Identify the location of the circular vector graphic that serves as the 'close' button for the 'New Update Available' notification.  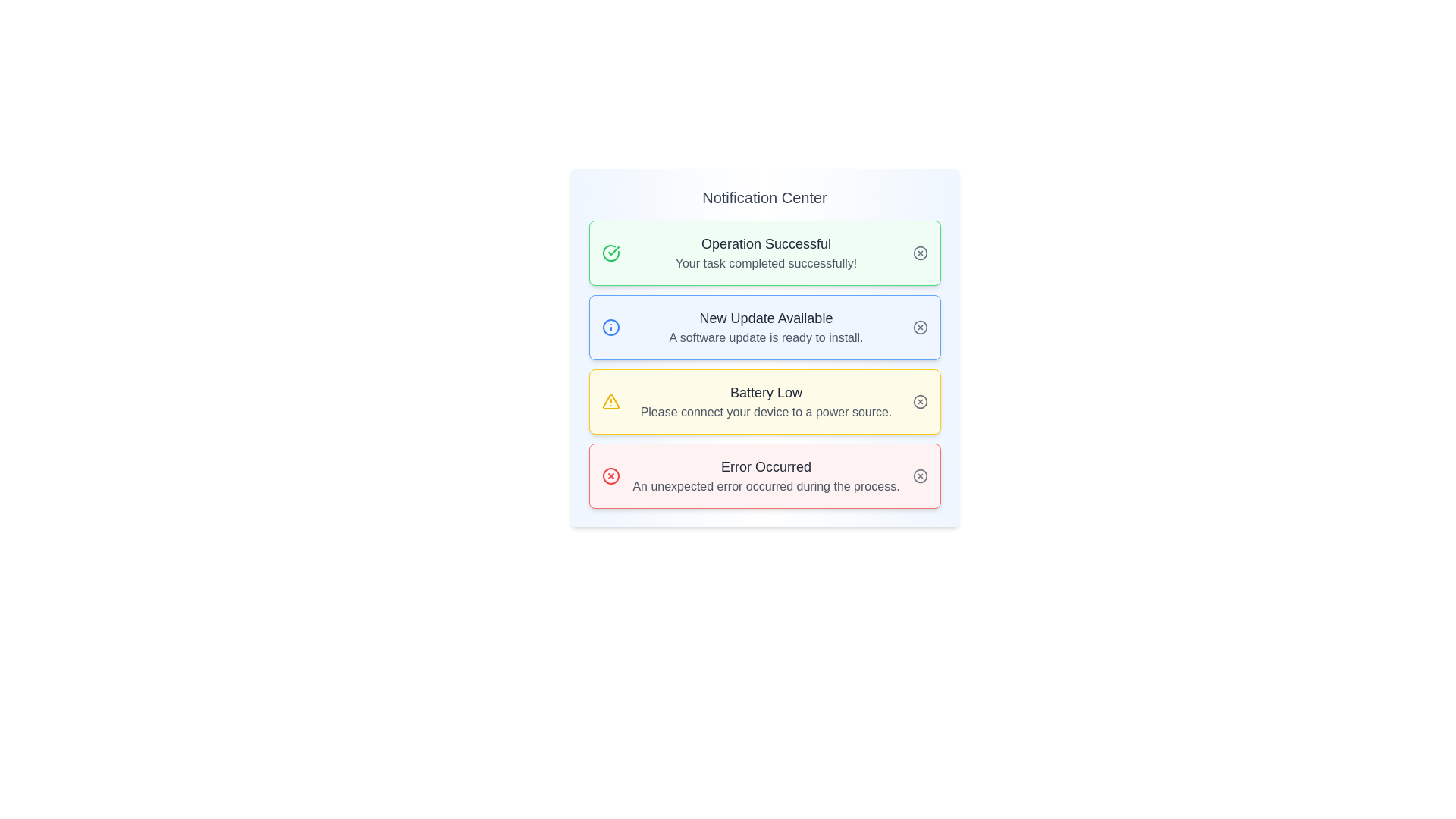
(919, 327).